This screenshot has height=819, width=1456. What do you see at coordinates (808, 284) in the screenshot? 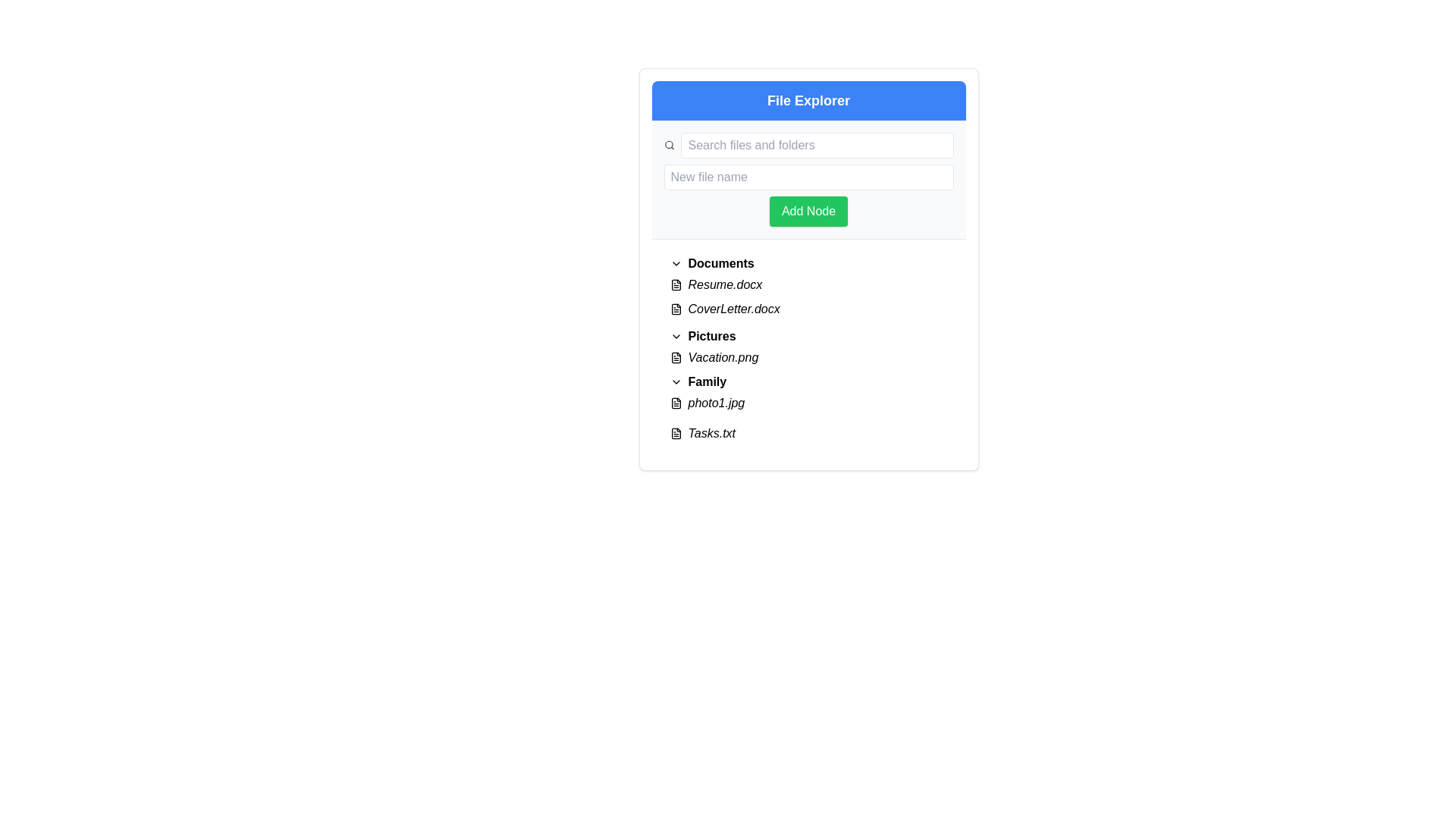
I see `the file named 'Resume.docx'` at bounding box center [808, 284].